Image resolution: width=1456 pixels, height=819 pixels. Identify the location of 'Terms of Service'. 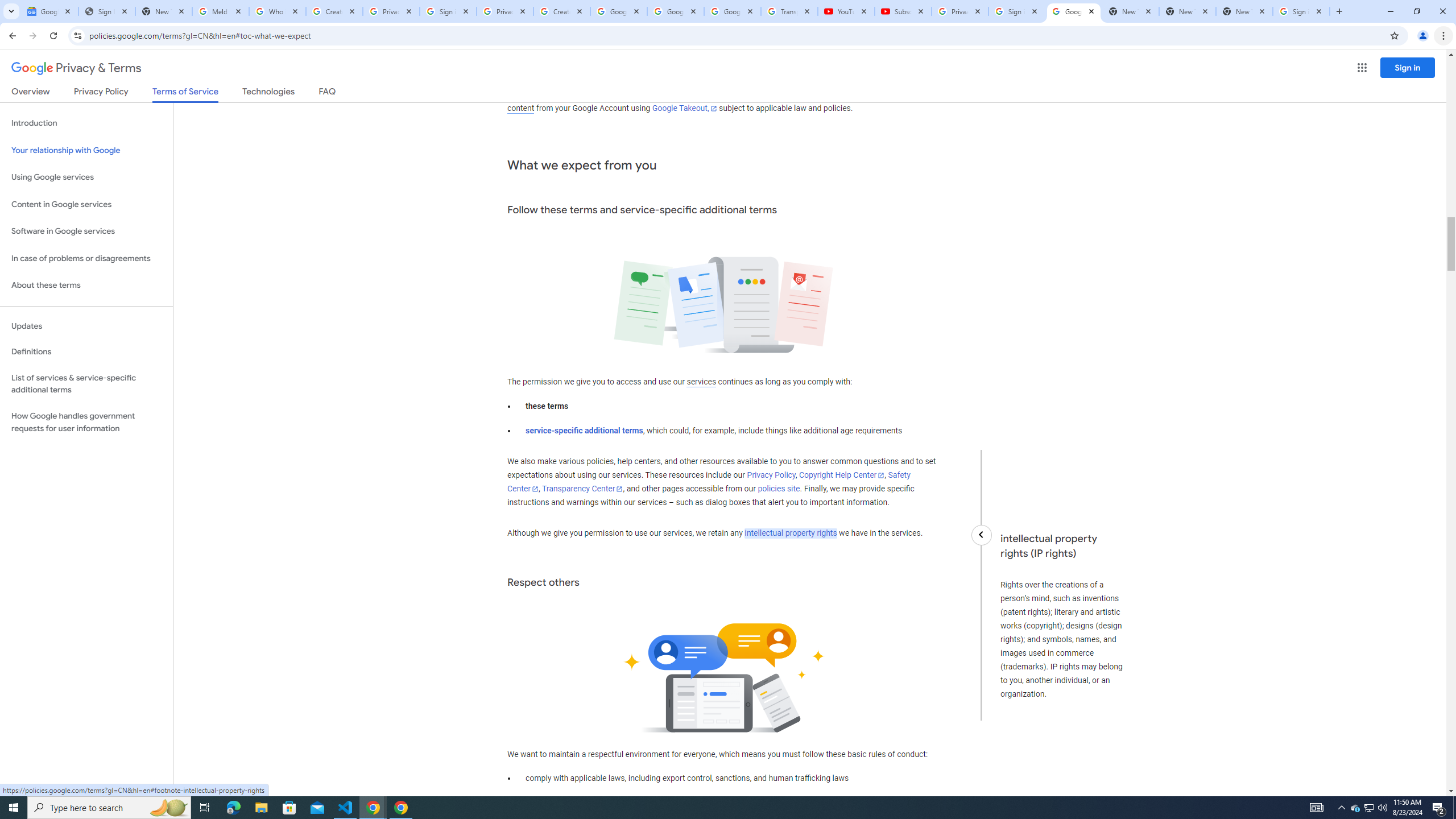
(185, 94).